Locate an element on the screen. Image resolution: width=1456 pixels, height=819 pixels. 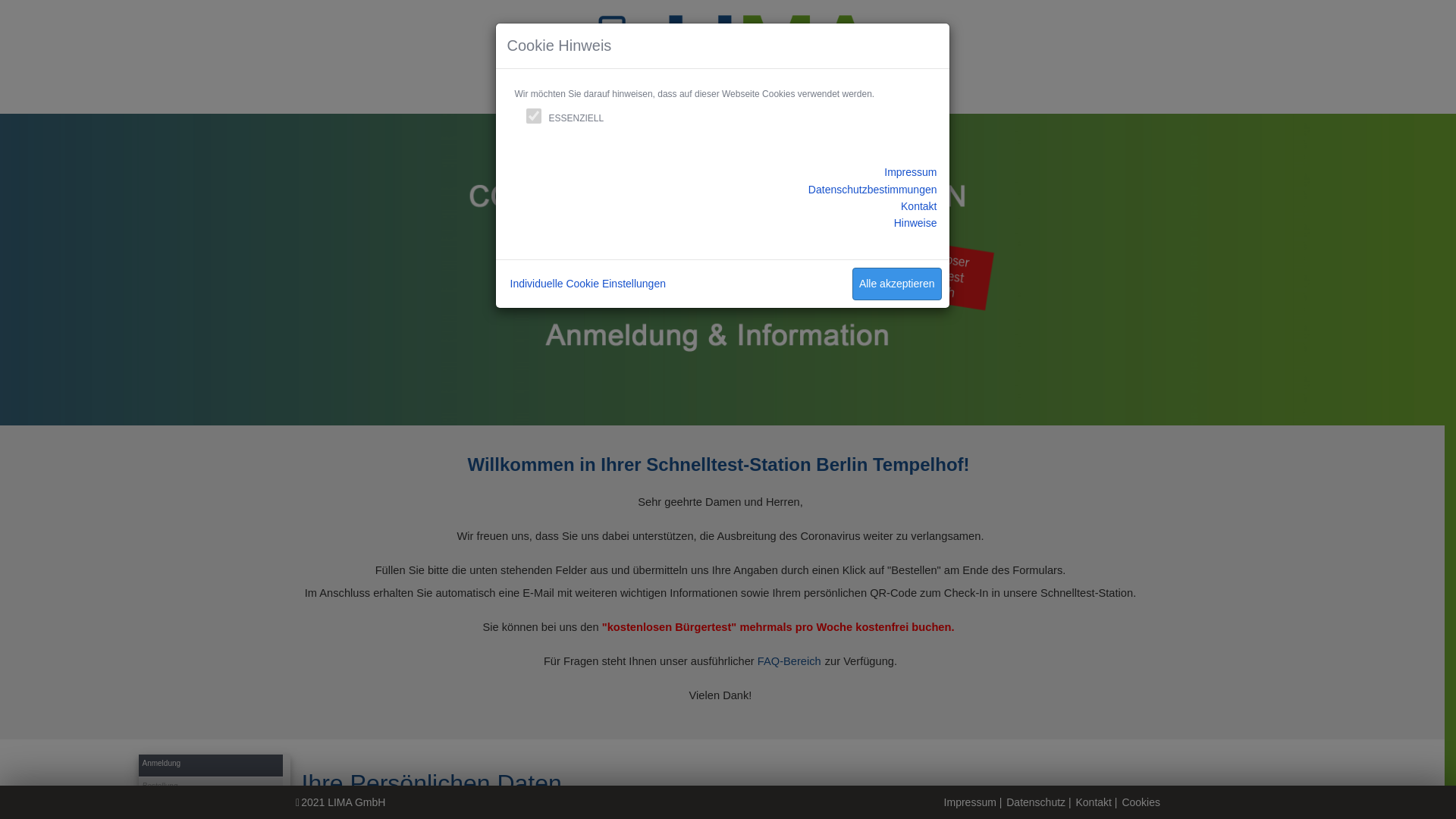
'Impressum' is located at coordinates (883, 171).